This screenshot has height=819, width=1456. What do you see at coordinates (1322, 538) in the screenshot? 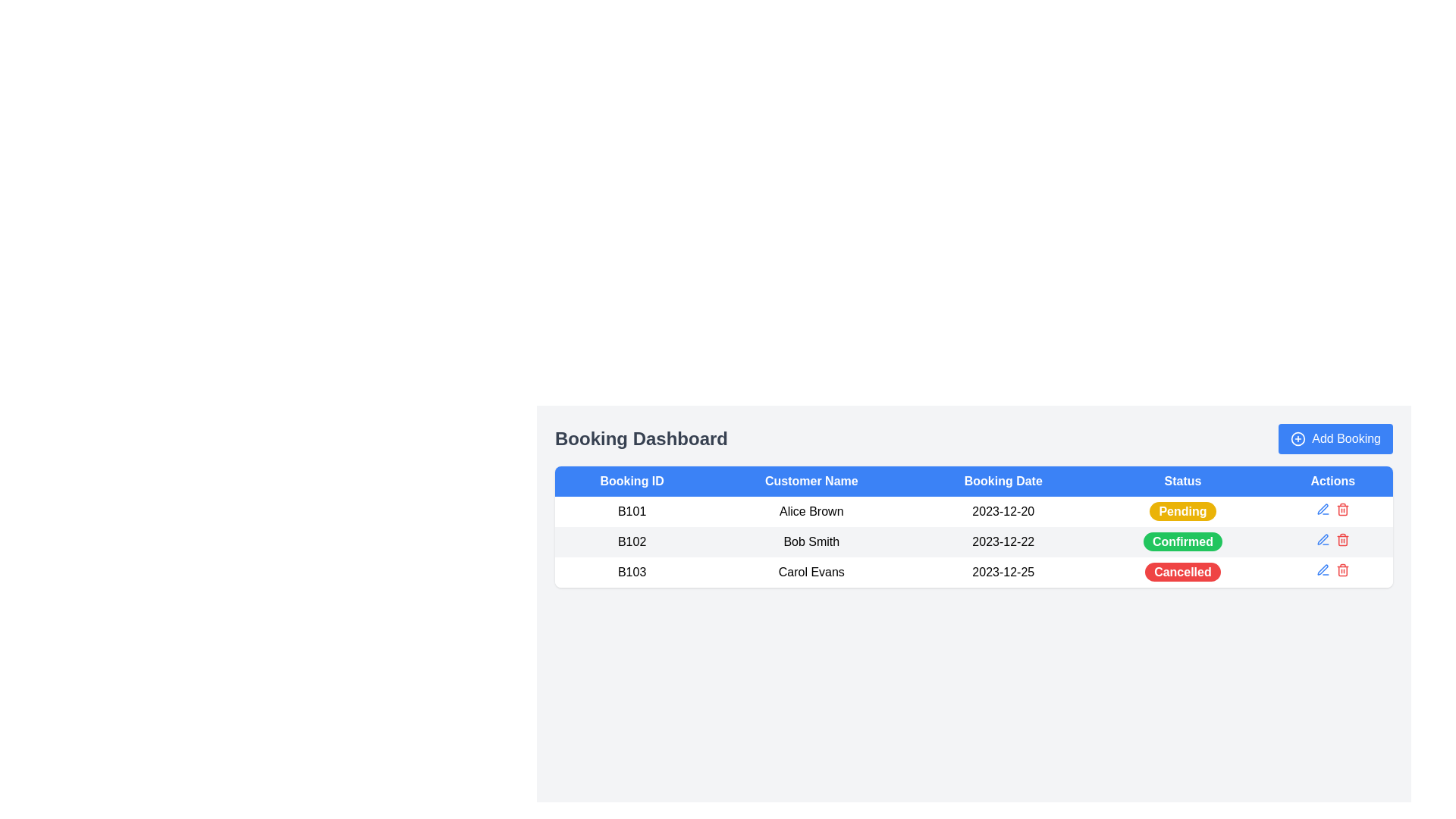
I see `the edit button icon located in the 'Actions' column of the booking entry row` at bounding box center [1322, 538].